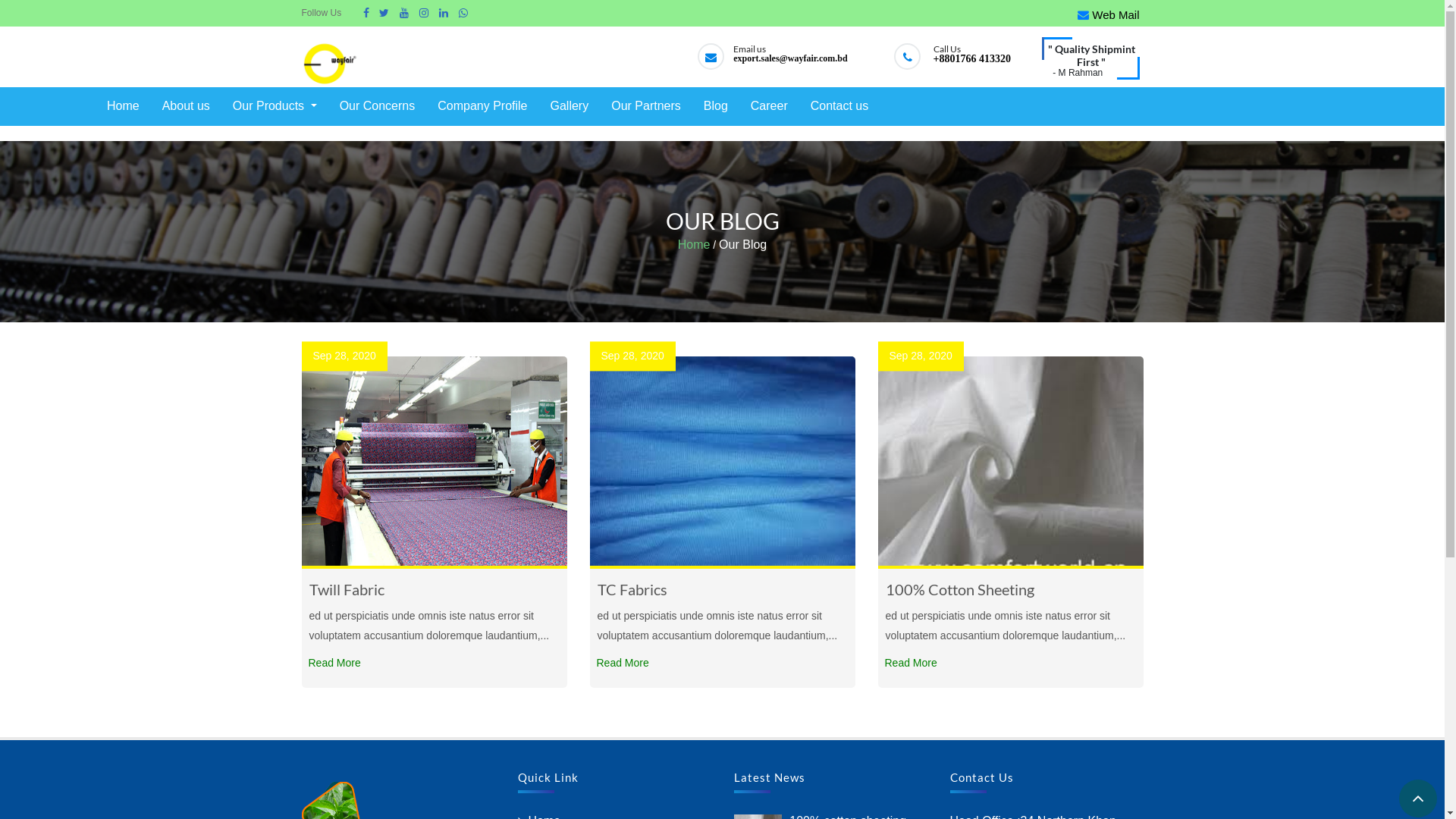  Describe the element at coordinates (593, 662) in the screenshot. I see `'Read More'` at that location.